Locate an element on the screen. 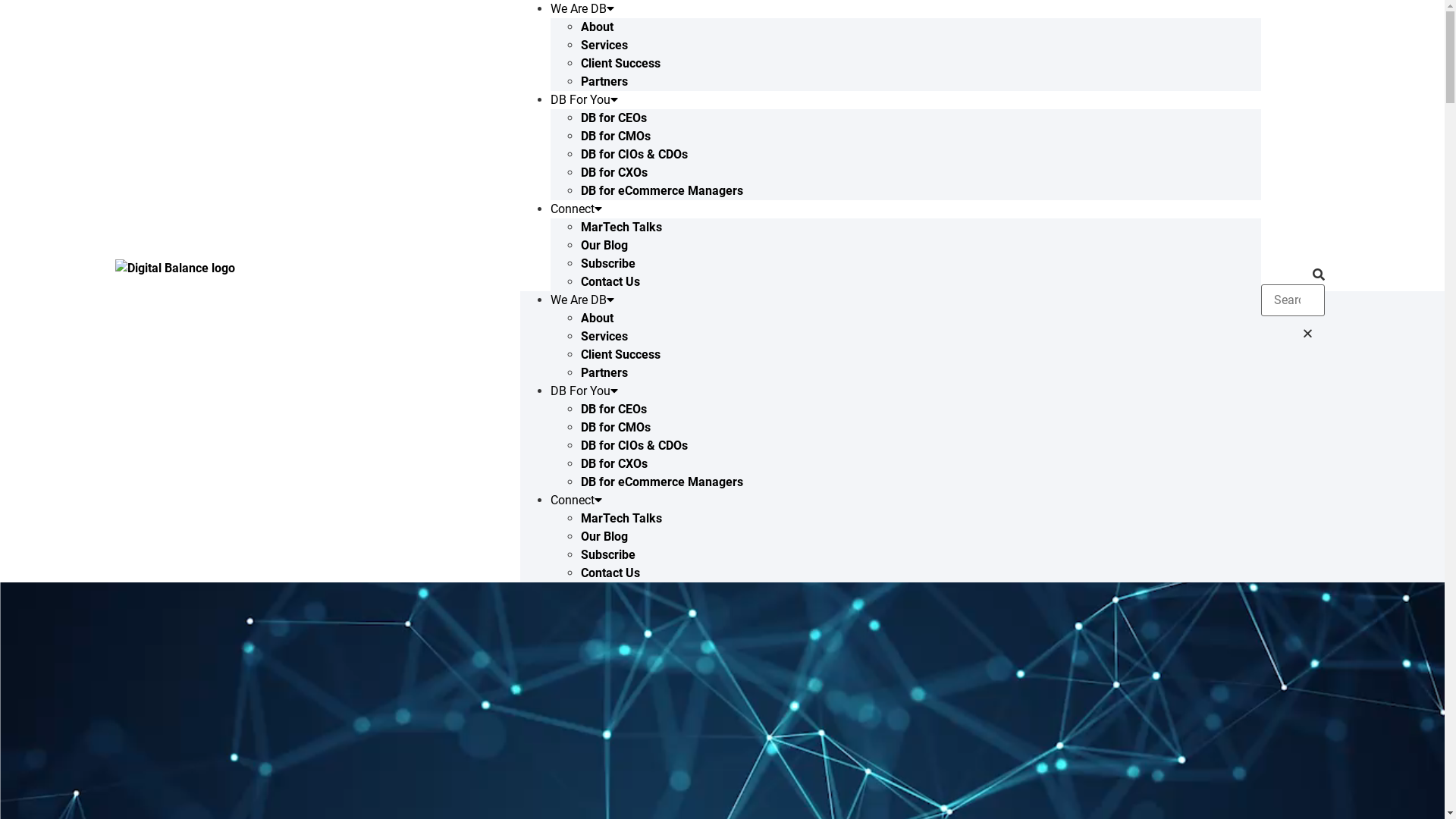 The width and height of the screenshot is (1456, 819). 'DB for CEOs' is located at coordinates (613, 117).